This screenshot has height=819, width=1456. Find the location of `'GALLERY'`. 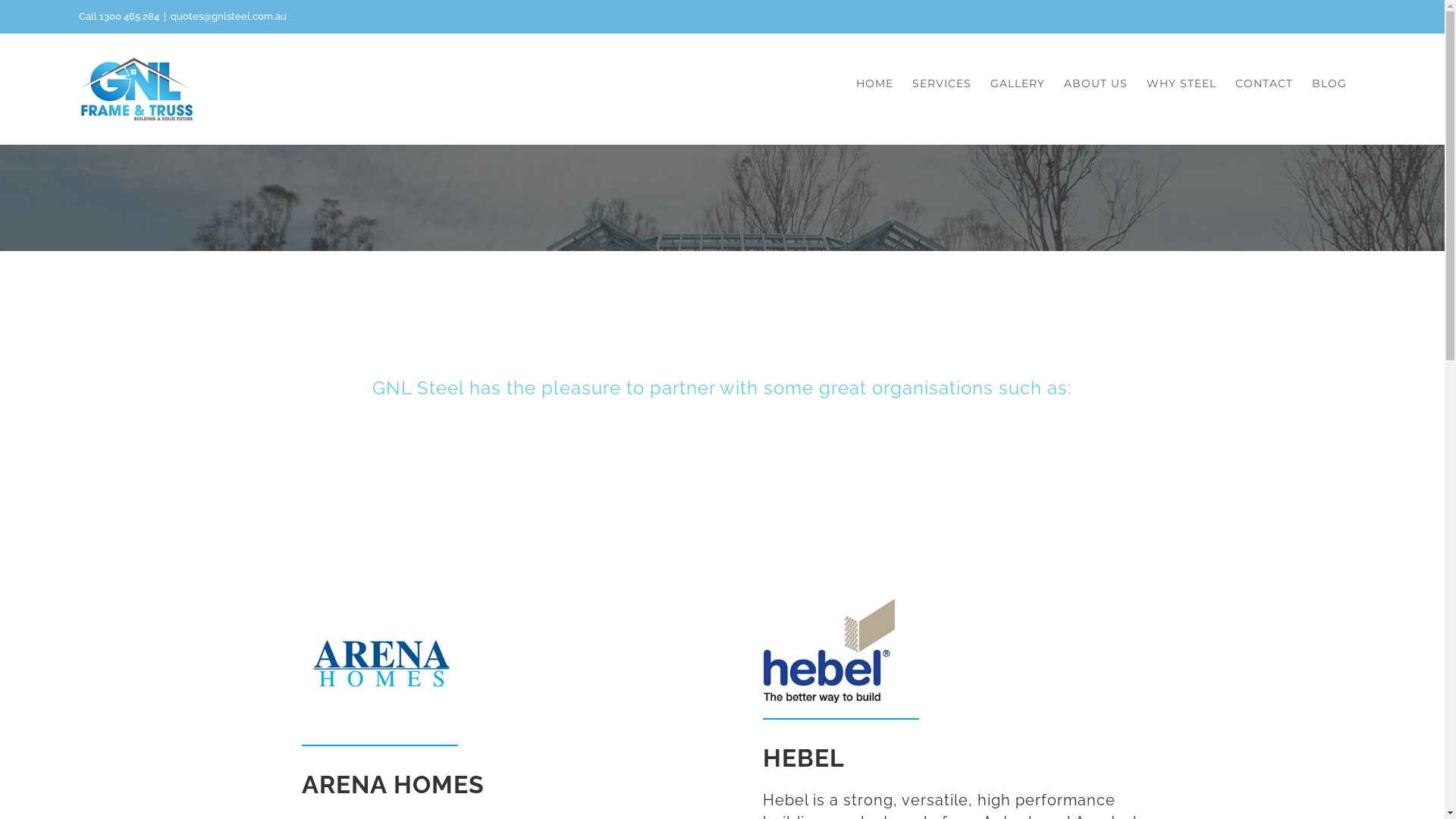

'GALLERY' is located at coordinates (1018, 83).